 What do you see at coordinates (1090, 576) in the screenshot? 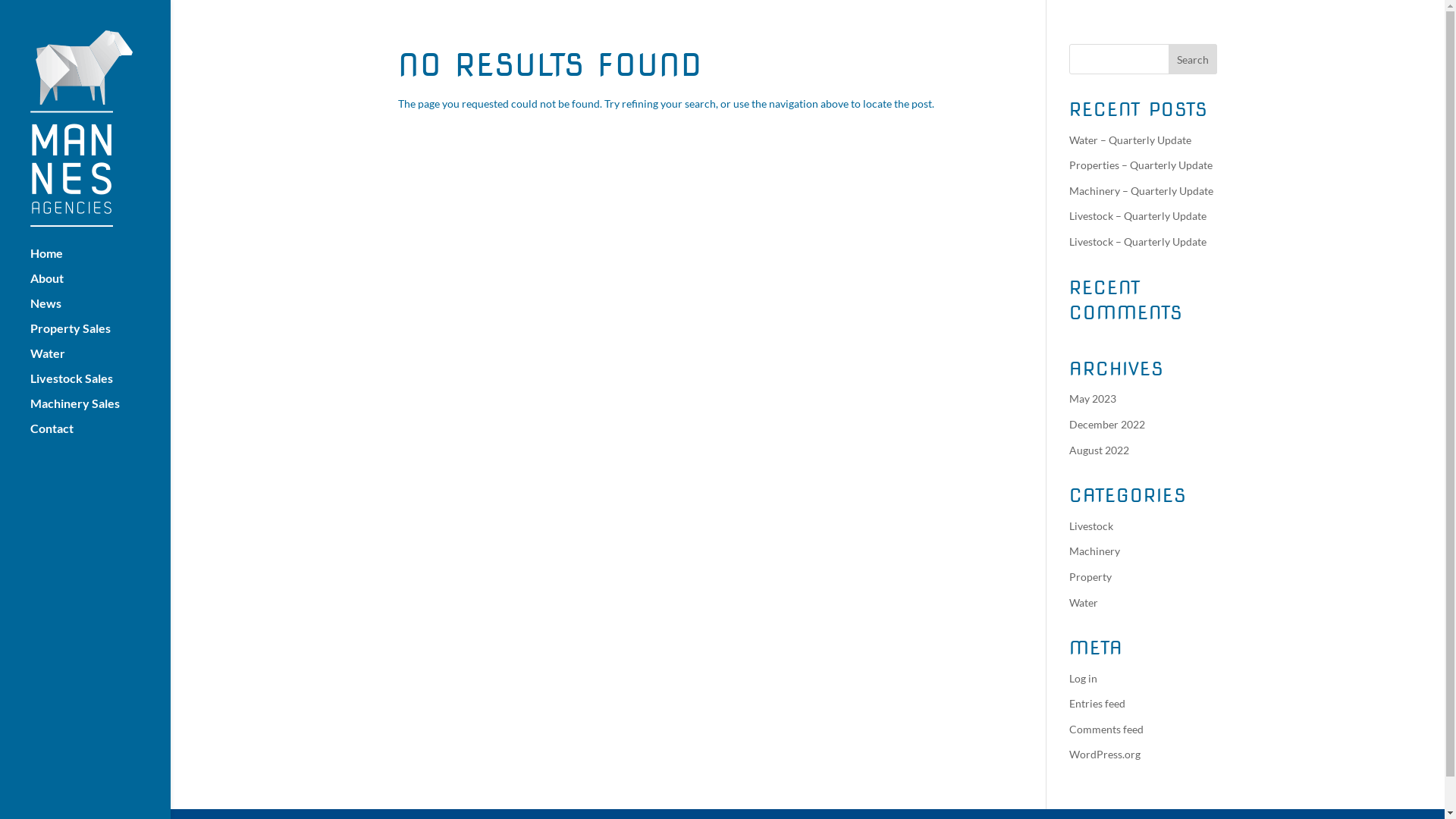
I see `'Property'` at bounding box center [1090, 576].